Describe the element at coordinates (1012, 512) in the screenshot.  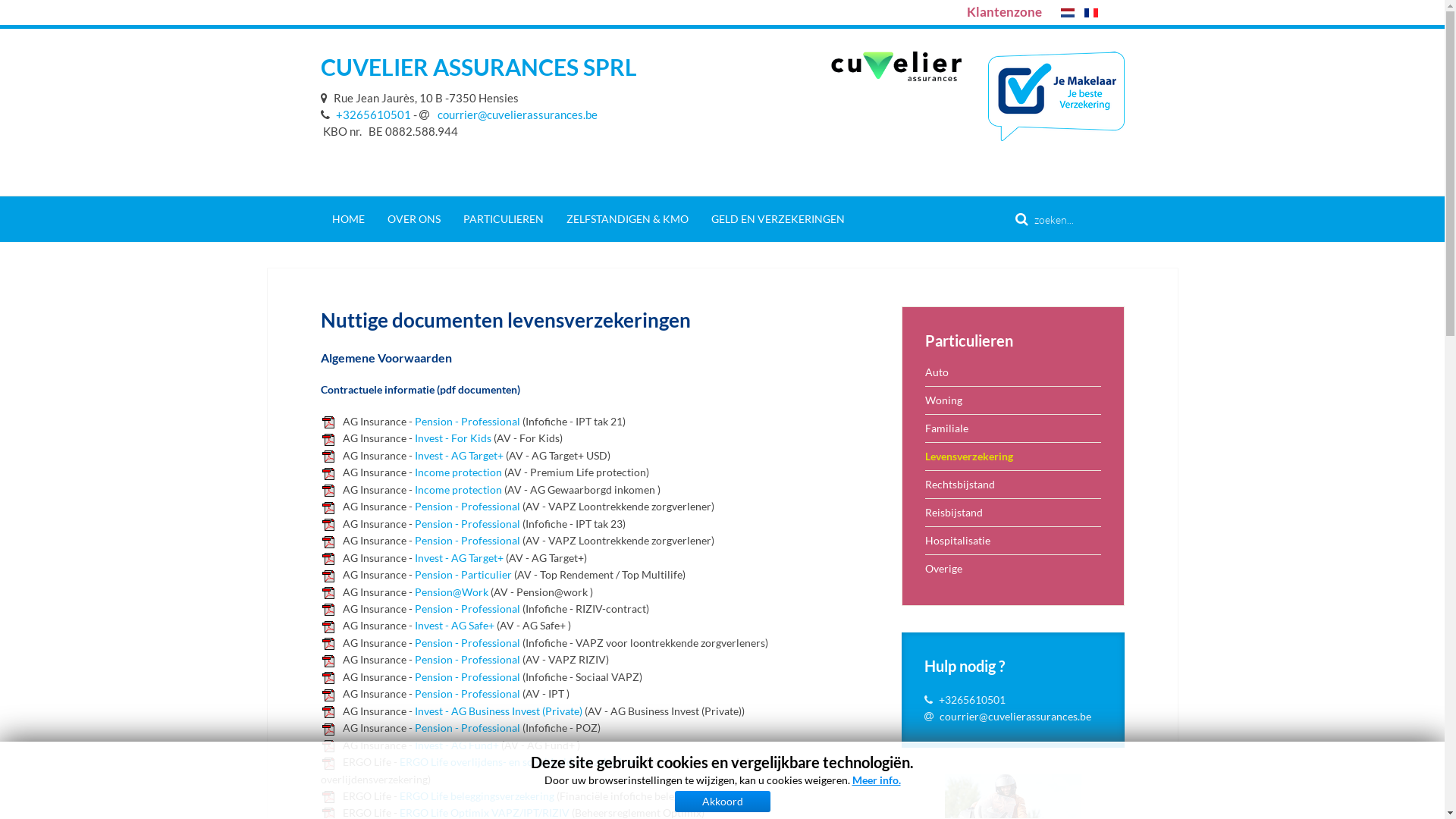
I see `'Reisbijstand'` at that location.